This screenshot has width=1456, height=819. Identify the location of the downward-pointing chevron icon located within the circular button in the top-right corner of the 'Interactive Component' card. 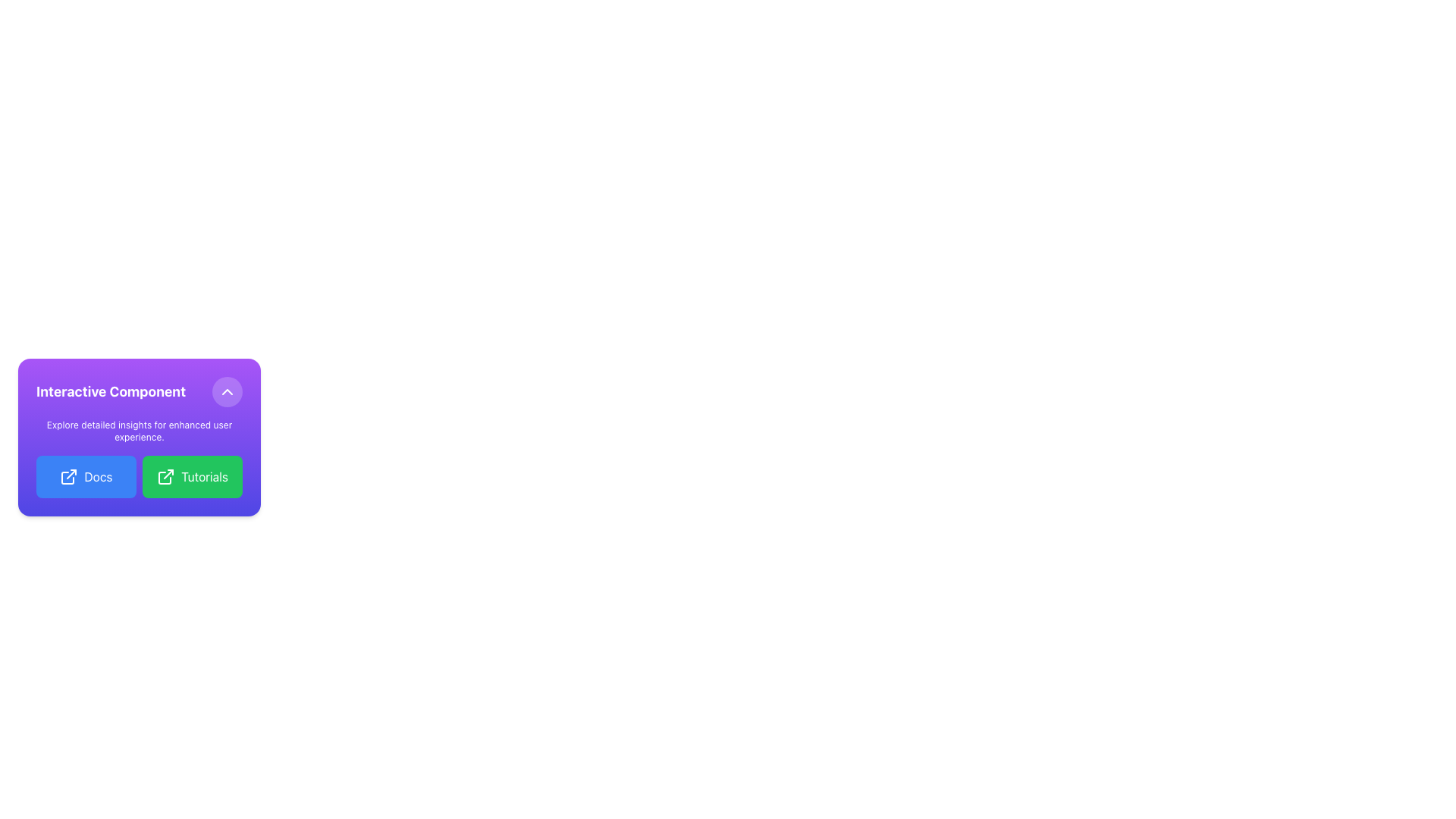
(226, 391).